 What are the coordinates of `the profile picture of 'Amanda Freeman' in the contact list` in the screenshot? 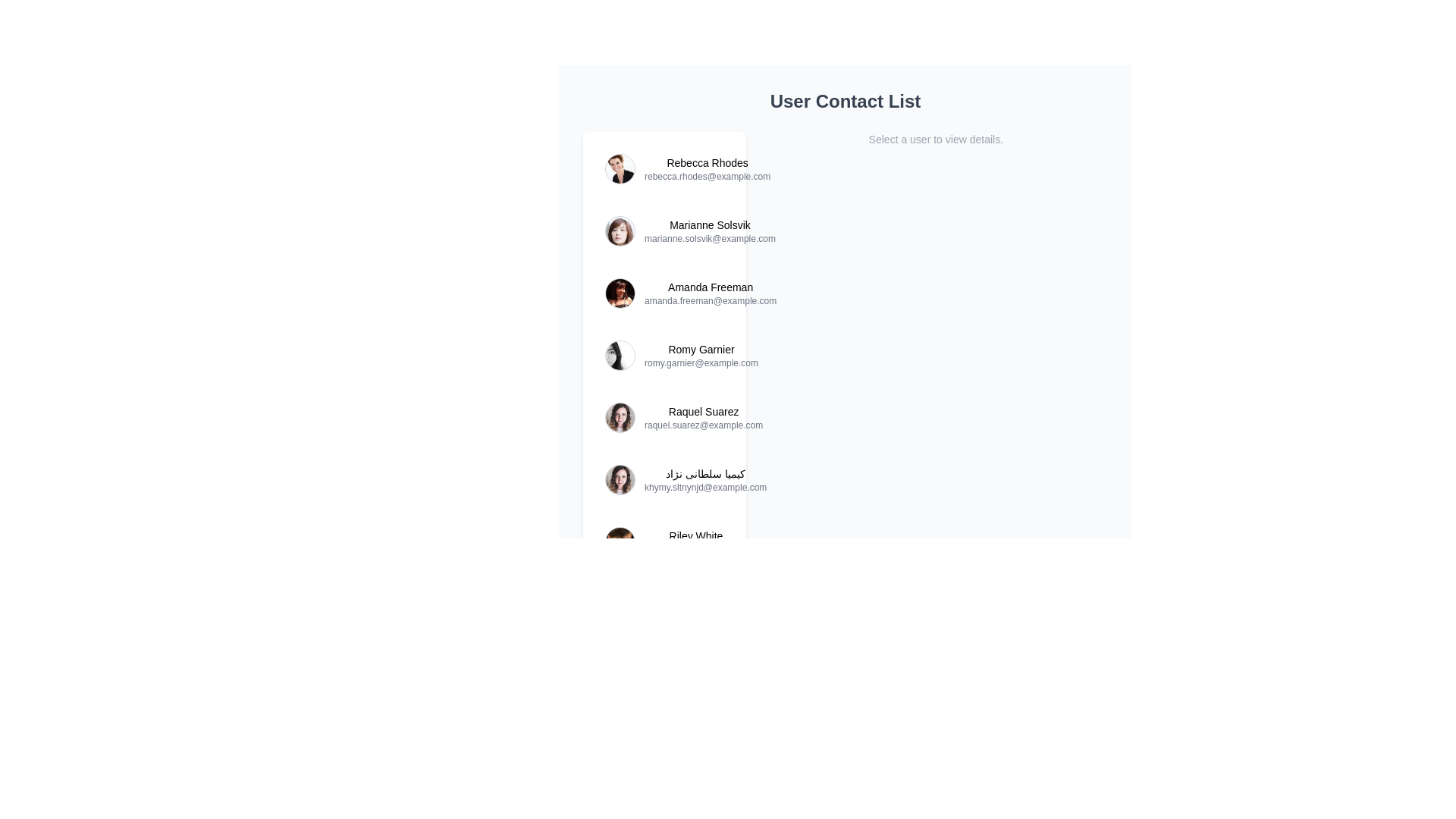 It's located at (620, 293).